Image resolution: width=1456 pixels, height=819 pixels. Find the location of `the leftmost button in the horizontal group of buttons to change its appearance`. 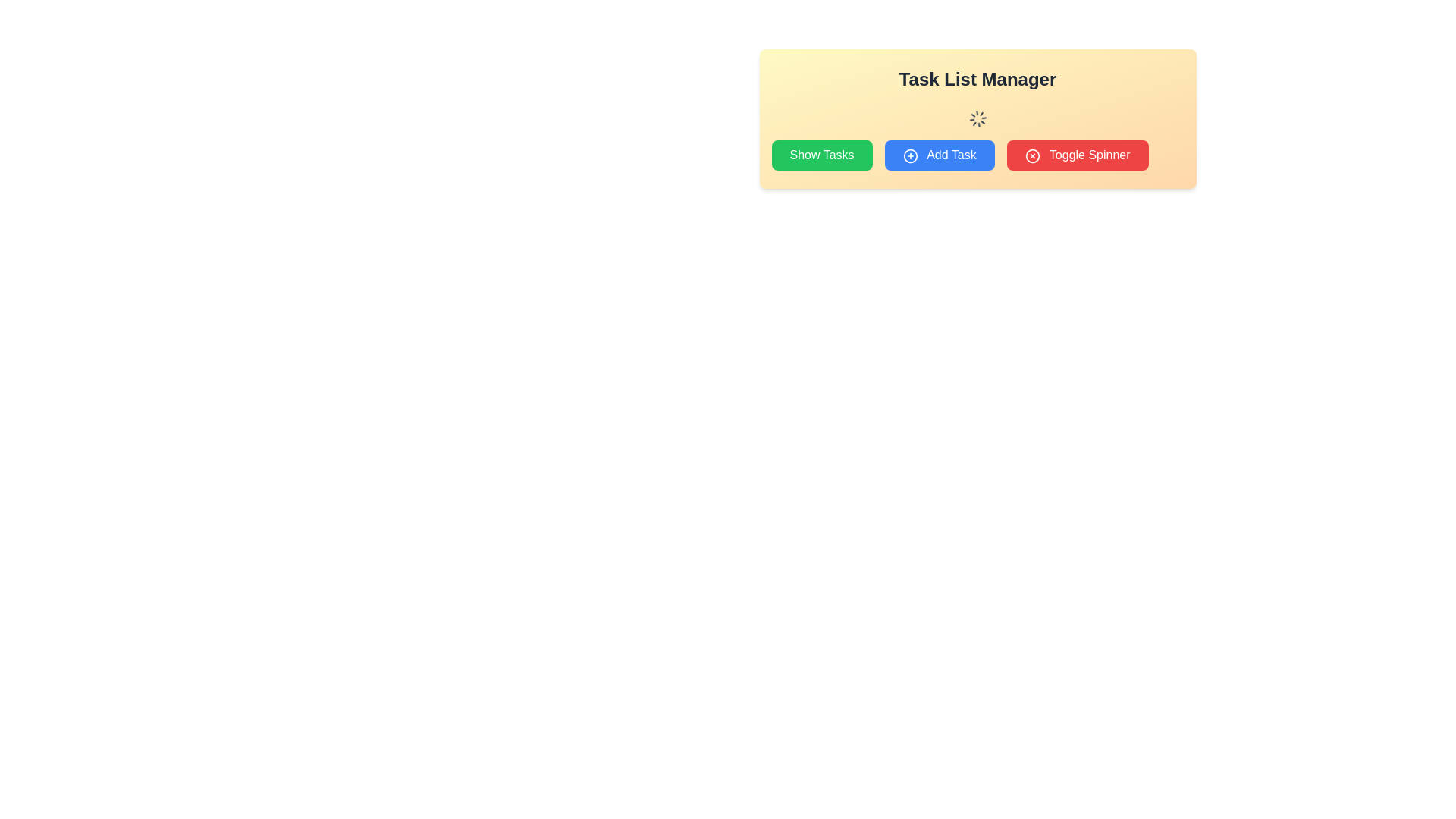

the leftmost button in the horizontal group of buttons to change its appearance is located at coordinates (821, 155).